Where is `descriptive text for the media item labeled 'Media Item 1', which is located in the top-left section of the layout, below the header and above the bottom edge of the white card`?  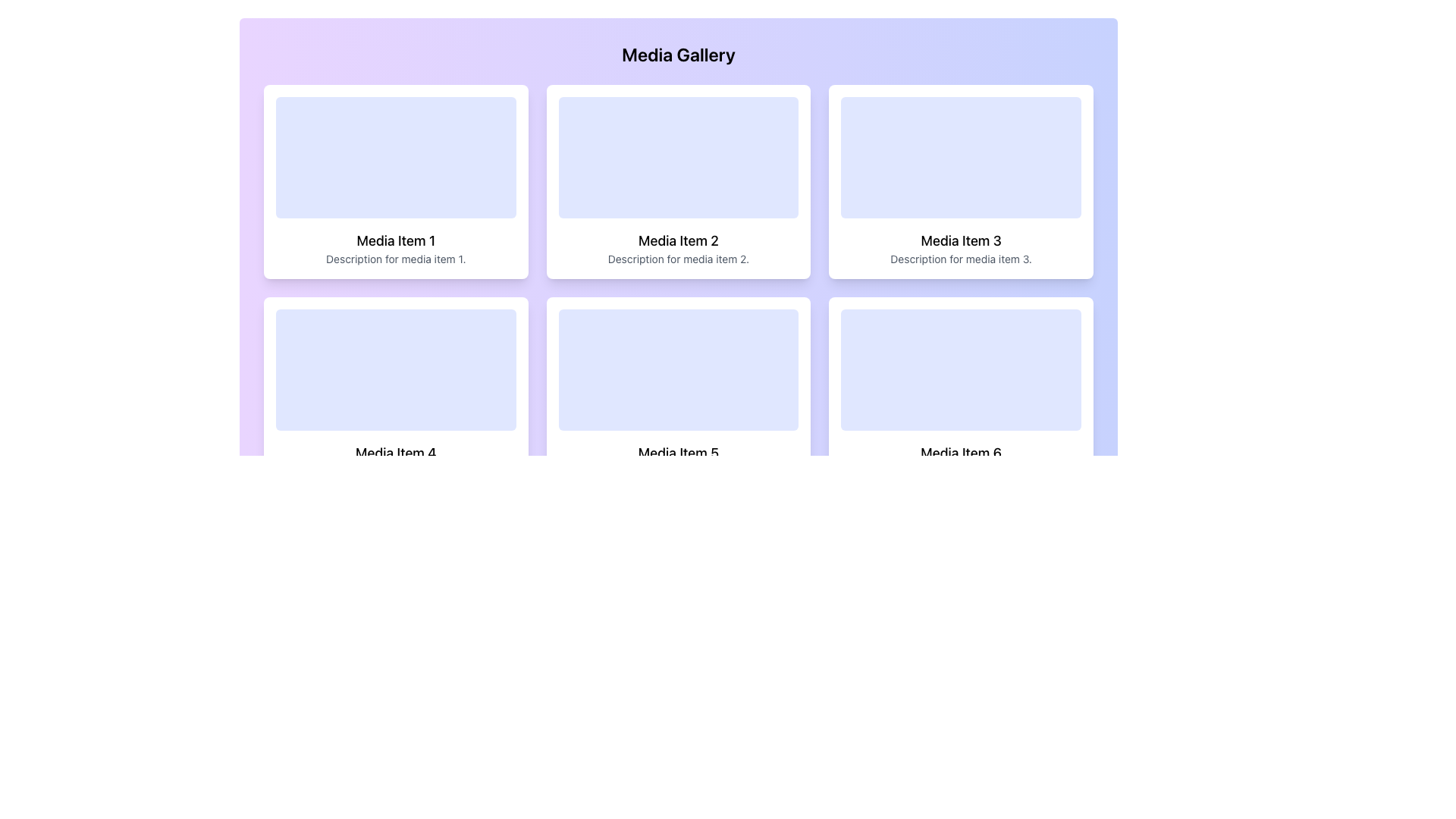 descriptive text for the media item labeled 'Media Item 1', which is located in the top-left section of the layout, below the header and above the bottom edge of the white card is located at coordinates (396, 259).